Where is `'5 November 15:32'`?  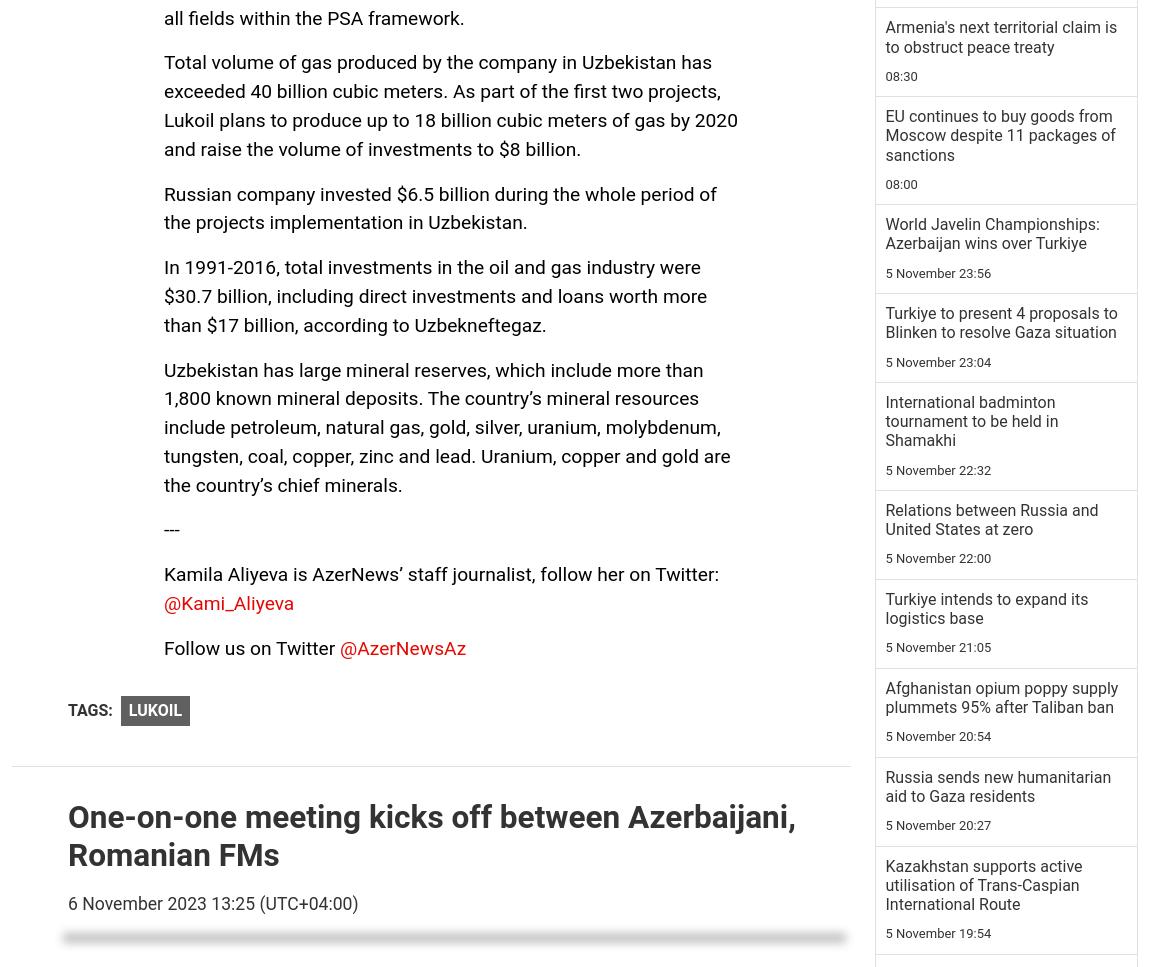
'5 November 15:32' is located at coordinates (938, 136).